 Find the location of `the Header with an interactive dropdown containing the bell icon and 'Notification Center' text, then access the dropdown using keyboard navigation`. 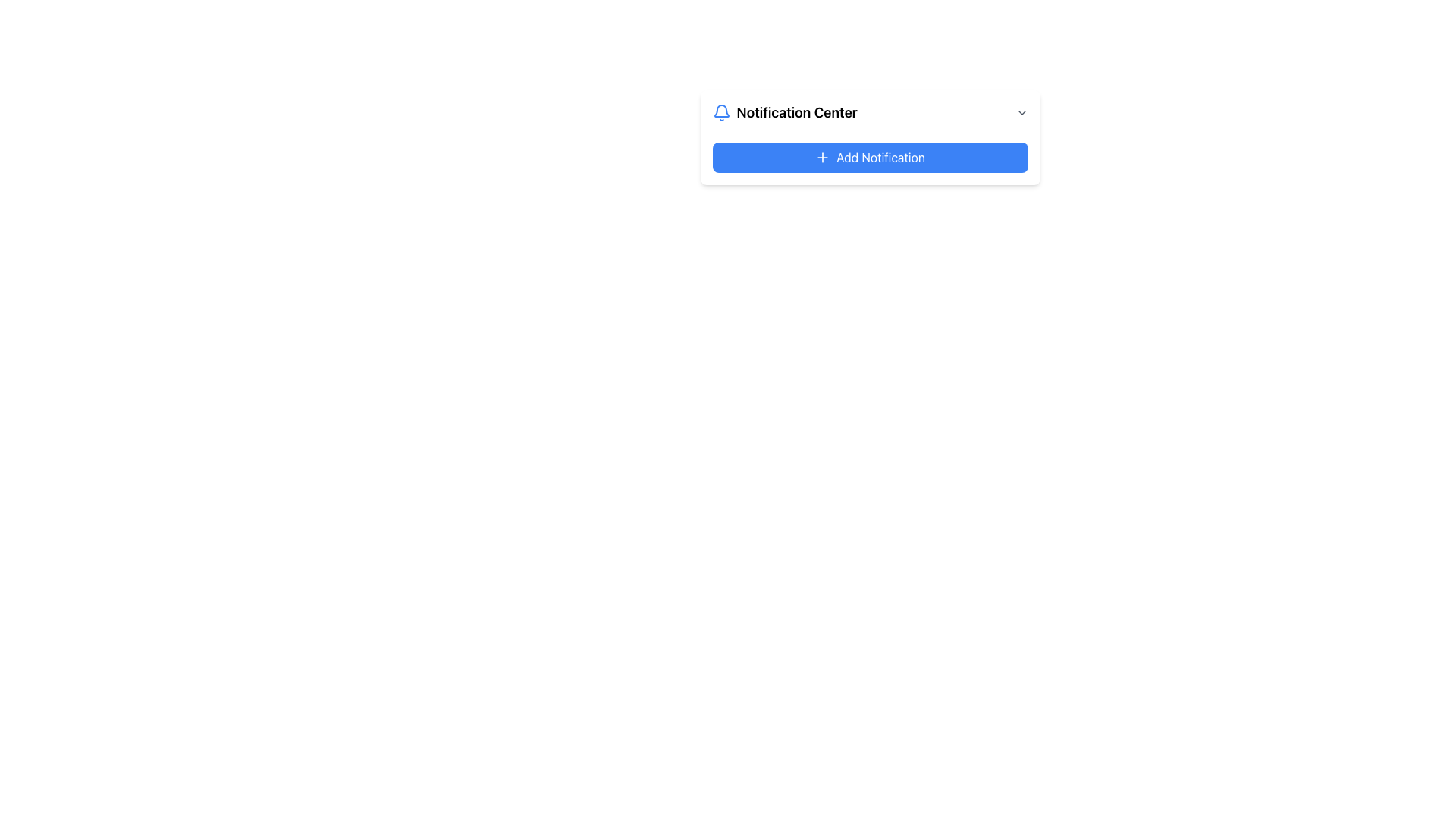

the Header with an interactive dropdown containing the bell icon and 'Notification Center' text, then access the dropdown using keyboard navigation is located at coordinates (870, 115).